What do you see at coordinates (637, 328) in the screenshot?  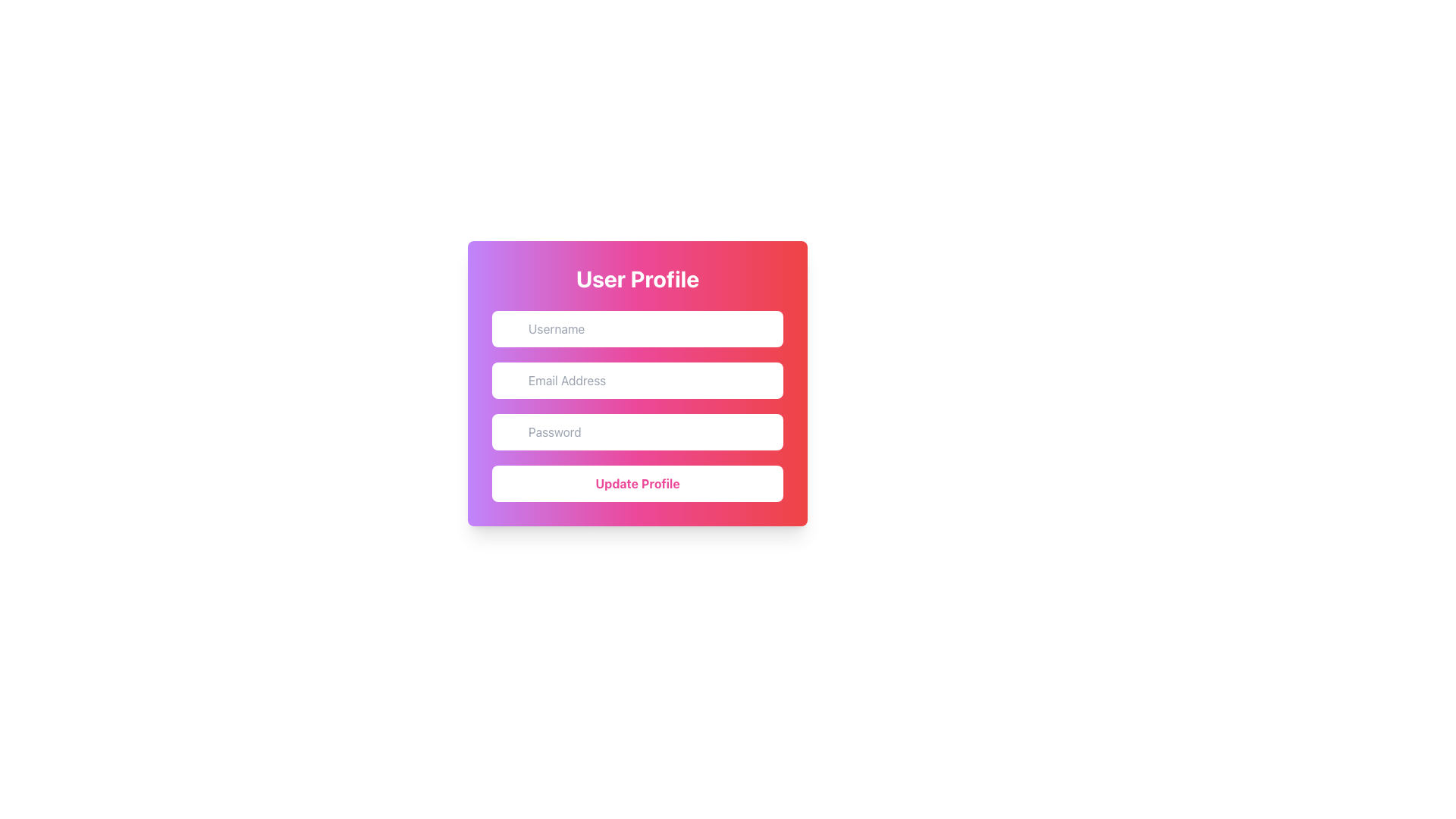 I see `the 'Username' text input field in the 'User Profile' form by tabbing to it` at bounding box center [637, 328].